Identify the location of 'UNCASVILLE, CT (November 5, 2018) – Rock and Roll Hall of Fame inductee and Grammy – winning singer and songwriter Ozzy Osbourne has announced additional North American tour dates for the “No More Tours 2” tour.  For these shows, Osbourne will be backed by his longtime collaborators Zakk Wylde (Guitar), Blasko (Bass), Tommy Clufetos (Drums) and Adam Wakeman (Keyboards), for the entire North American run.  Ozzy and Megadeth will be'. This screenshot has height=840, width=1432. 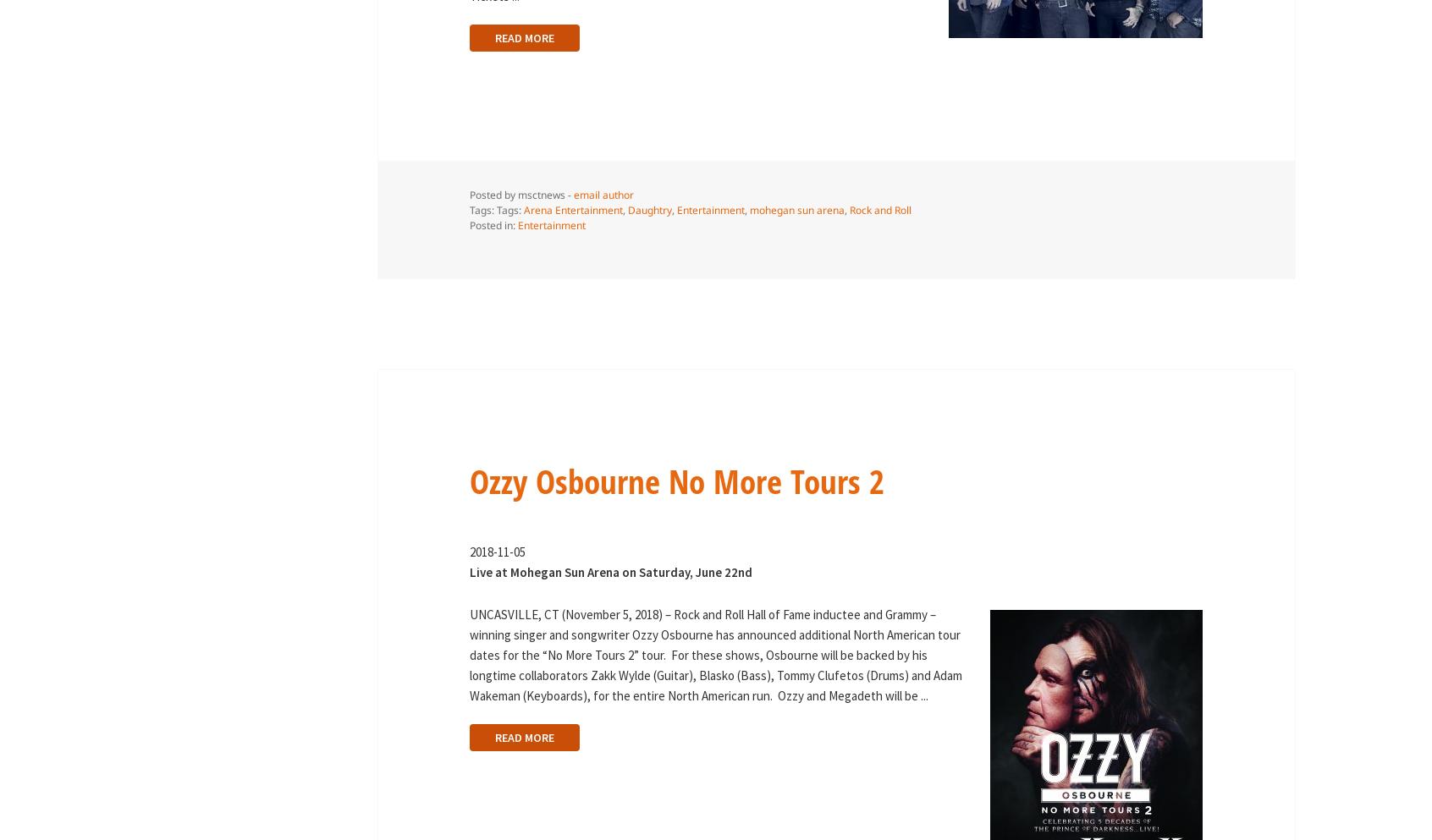
(714, 653).